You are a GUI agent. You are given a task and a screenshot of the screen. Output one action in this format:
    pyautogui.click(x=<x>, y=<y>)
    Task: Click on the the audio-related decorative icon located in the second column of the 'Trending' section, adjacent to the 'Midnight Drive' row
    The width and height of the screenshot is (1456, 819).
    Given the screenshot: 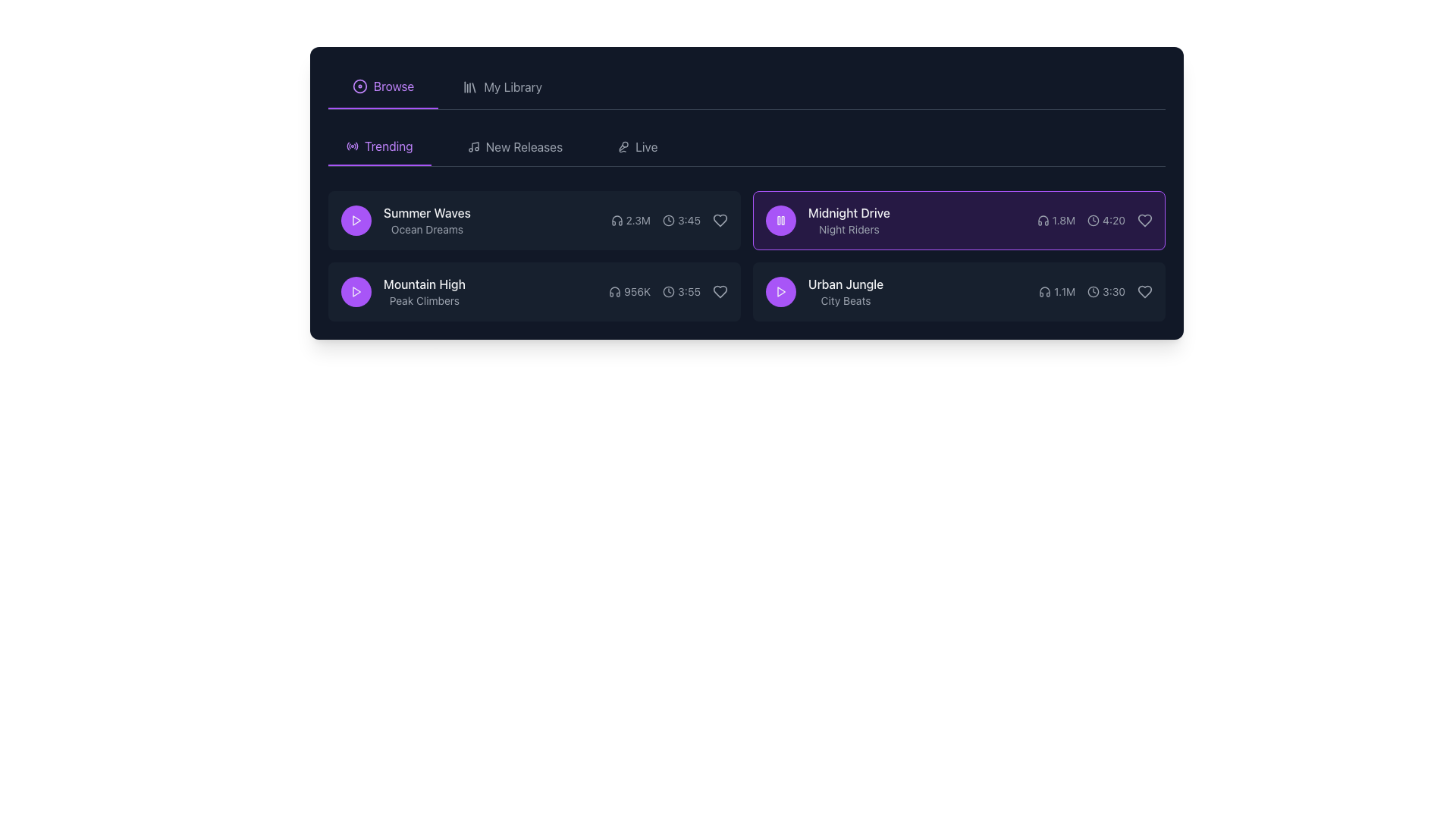 What is the action you would take?
    pyautogui.click(x=617, y=220)
    